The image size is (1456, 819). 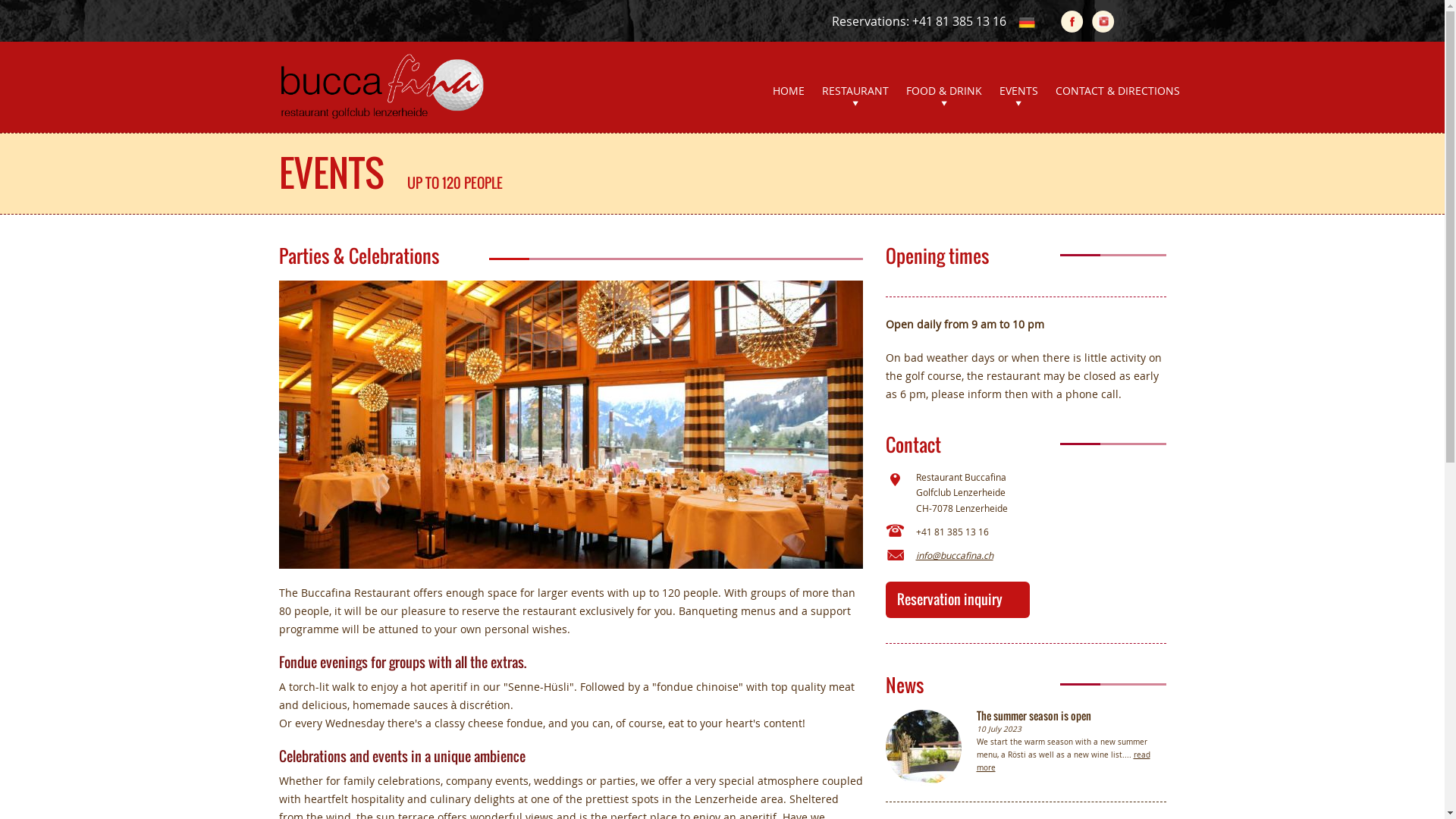 I want to click on 'RESTAURANT', so click(x=821, y=99).